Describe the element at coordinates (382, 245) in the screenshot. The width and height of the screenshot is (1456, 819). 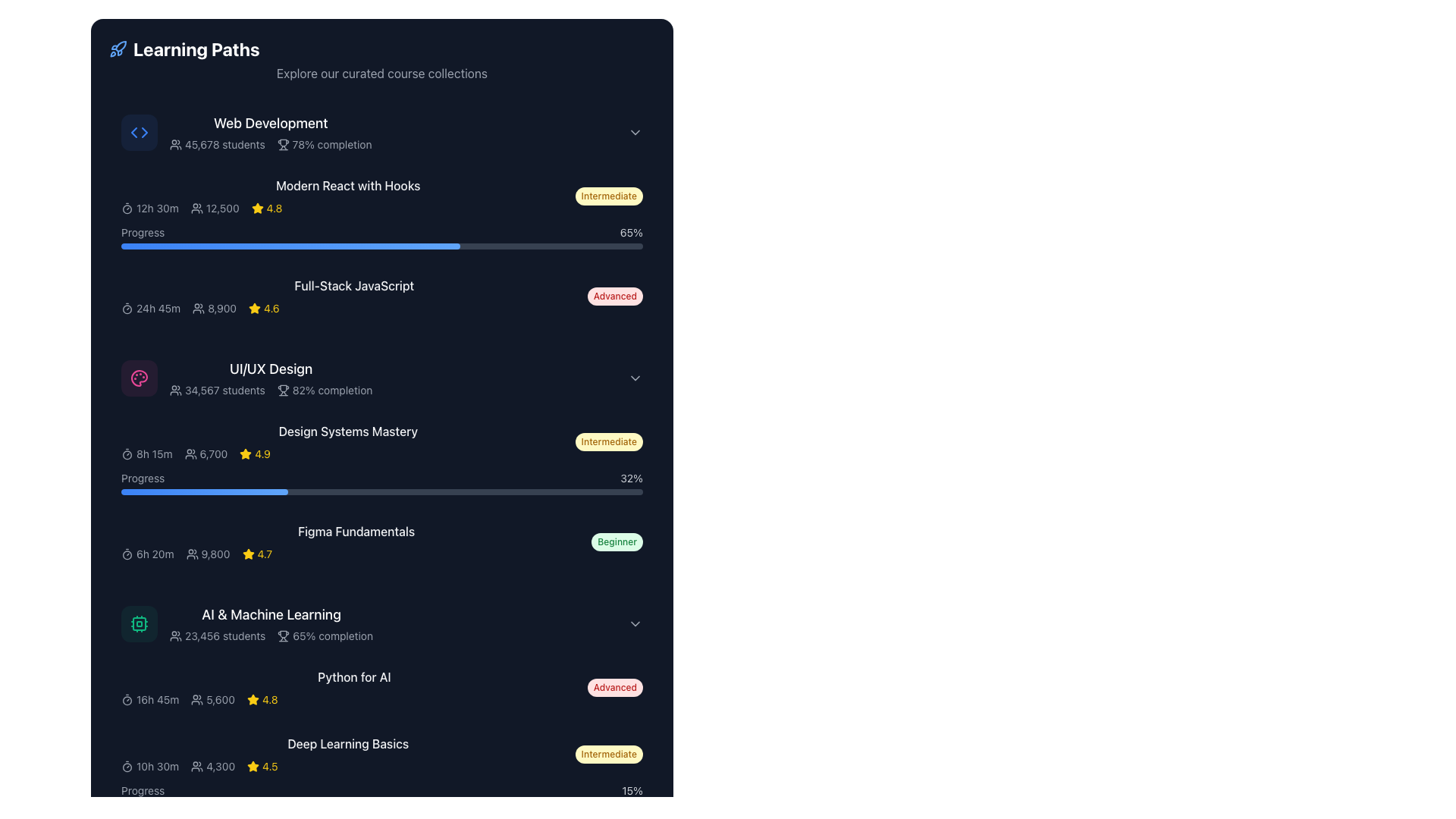
I see `the title of the 'Modern React with Hooks' course in the Course Overview Component` at that location.